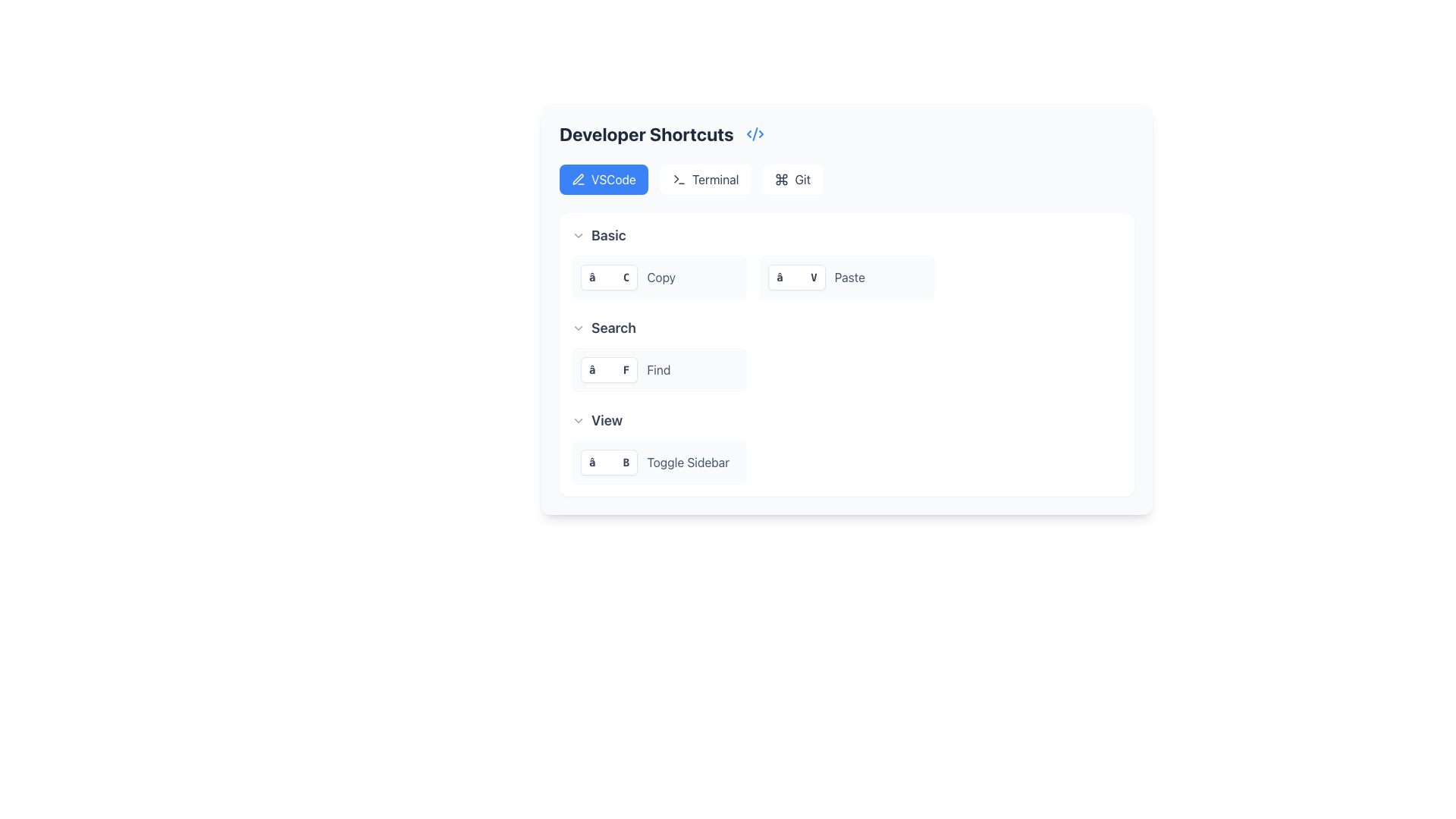 This screenshot has height=819, width=1456. Describe the element at coordinates (578, 178) in the screenshot. I see `the 'VSCode' button icon located` at that location.